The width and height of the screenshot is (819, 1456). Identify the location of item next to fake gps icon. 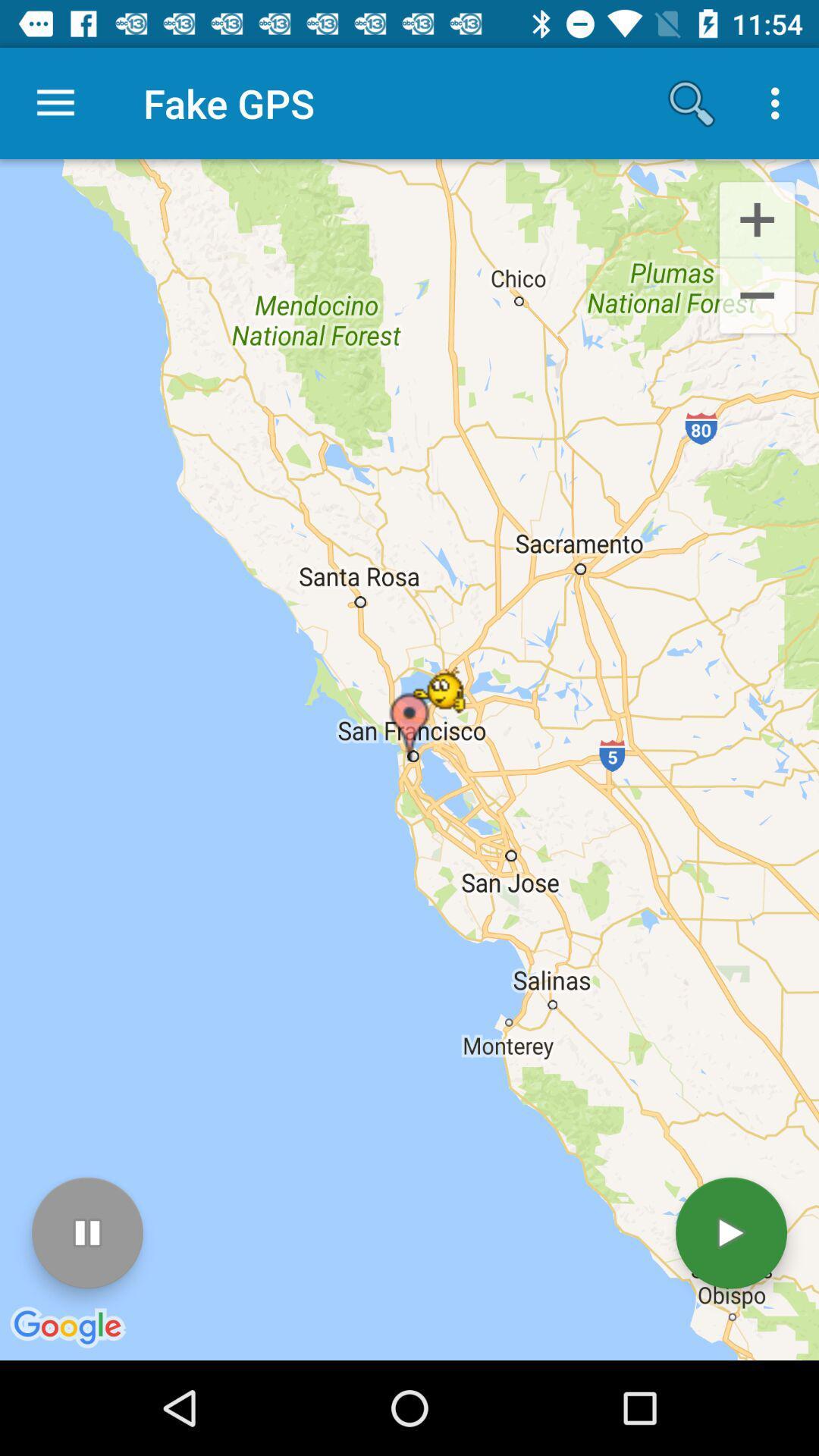
(55, 102).